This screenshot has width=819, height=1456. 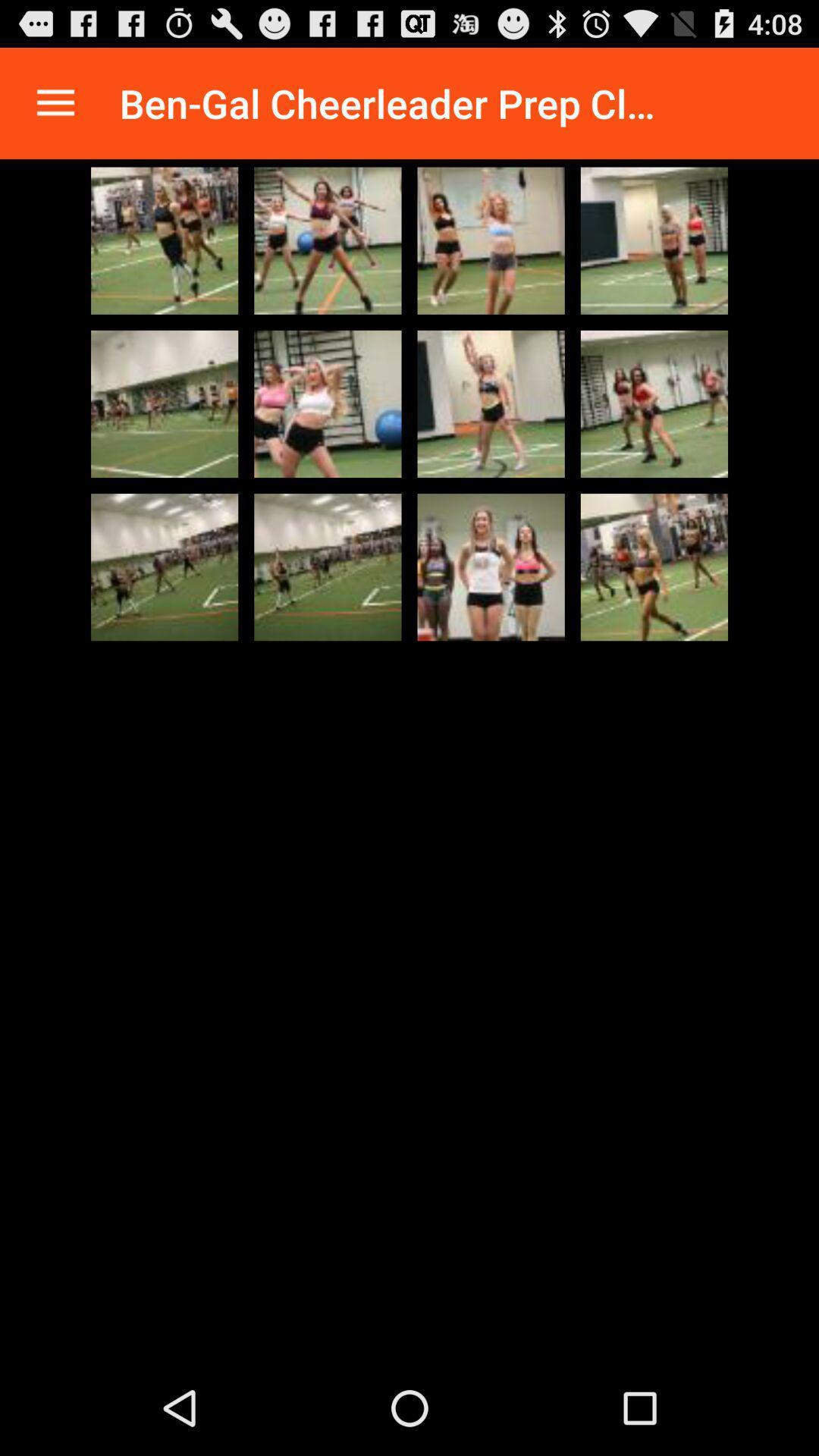 What do you see at coordinates (327, 566) in the screenshot?
I see `show the selected photograph` at bounding box center [327, 566].